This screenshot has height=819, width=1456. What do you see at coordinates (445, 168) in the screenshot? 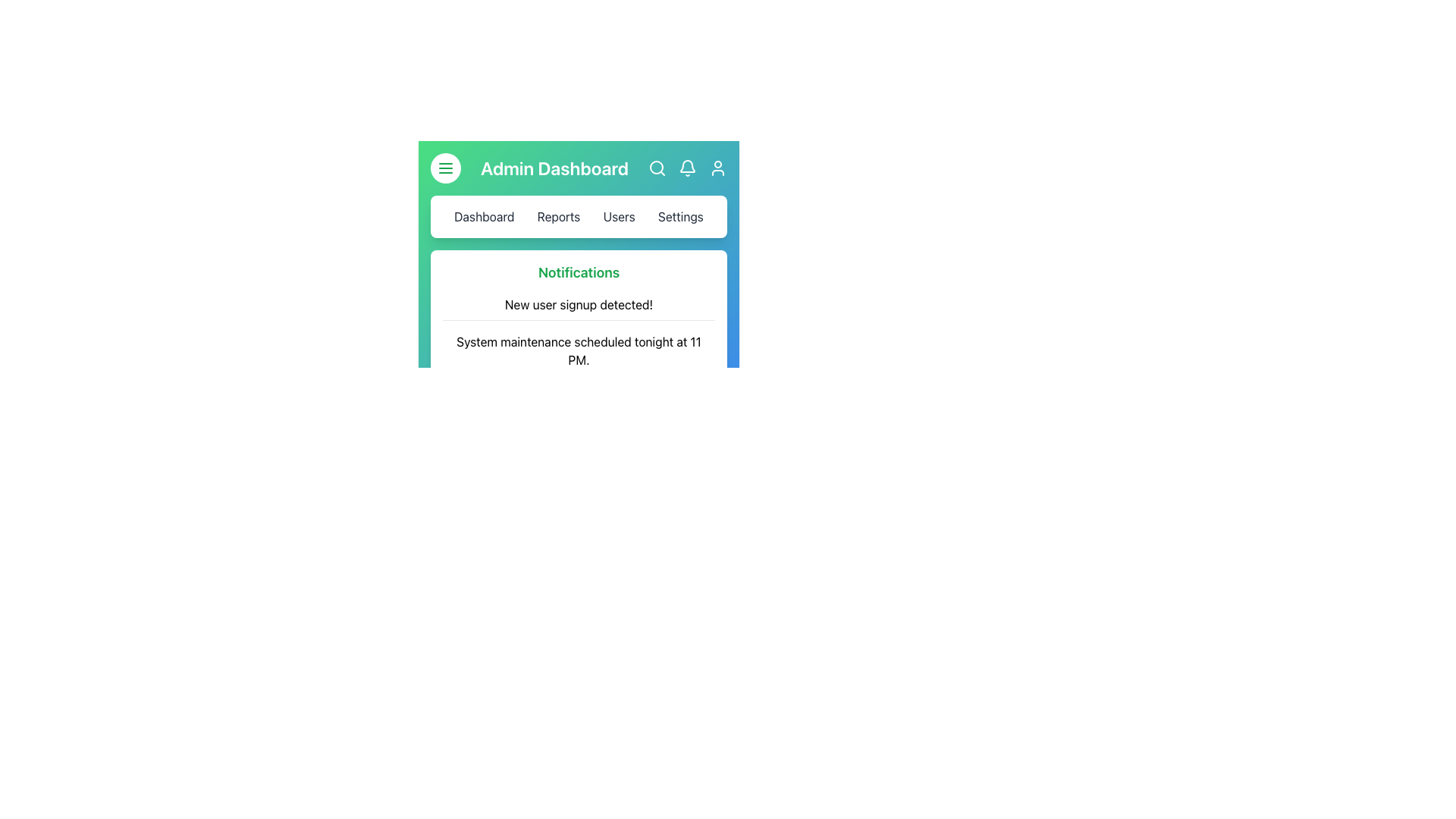
I see `the circular button with a white background and green border that contains a green menu icon, located to the left of 'Admin Dashboard'` at bounding box center [445, 168].